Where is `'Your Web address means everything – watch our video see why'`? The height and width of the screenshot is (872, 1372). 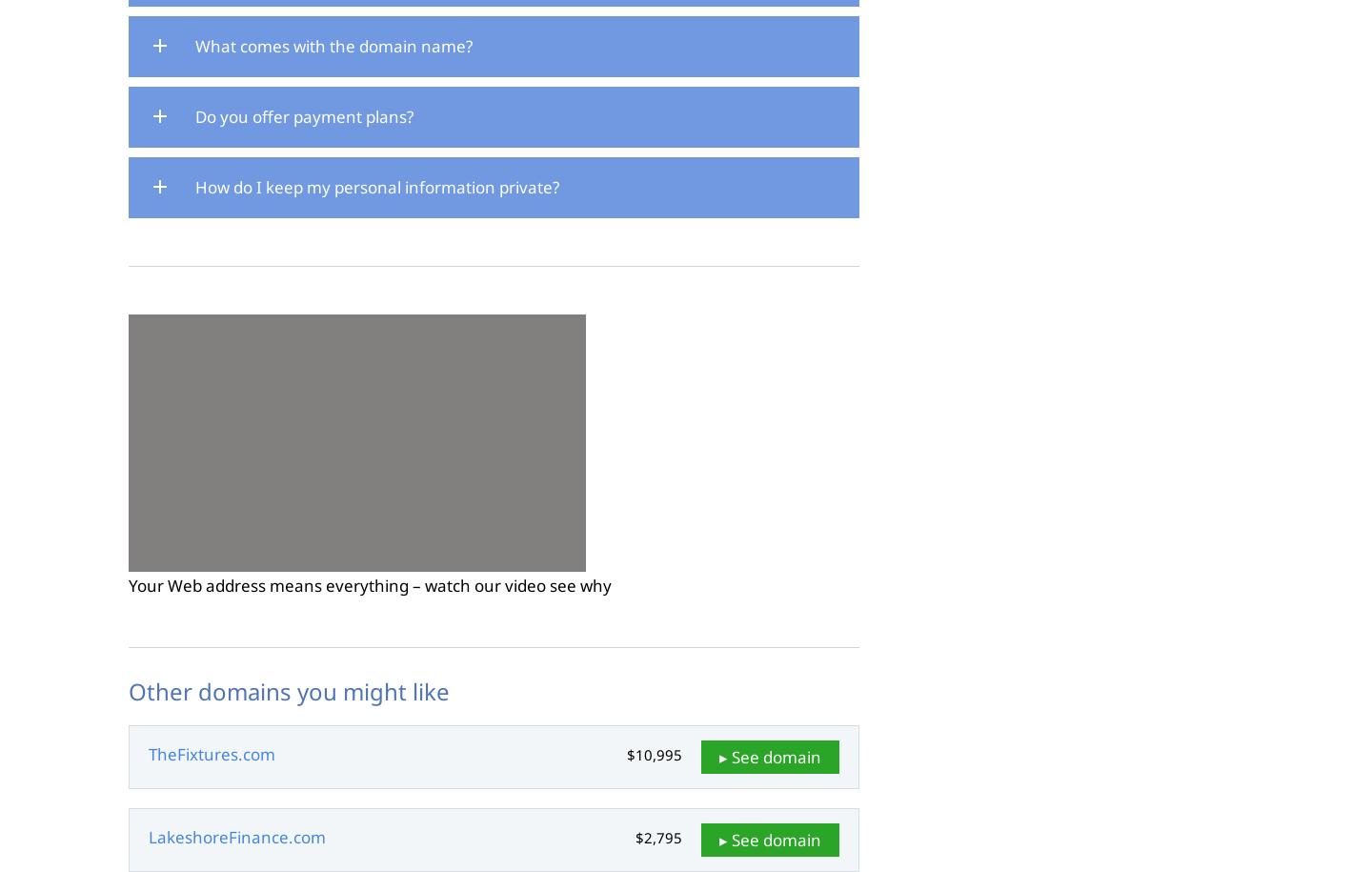 'Your Web address means everything – watch our video see why' is located at coordinates (369, 584).